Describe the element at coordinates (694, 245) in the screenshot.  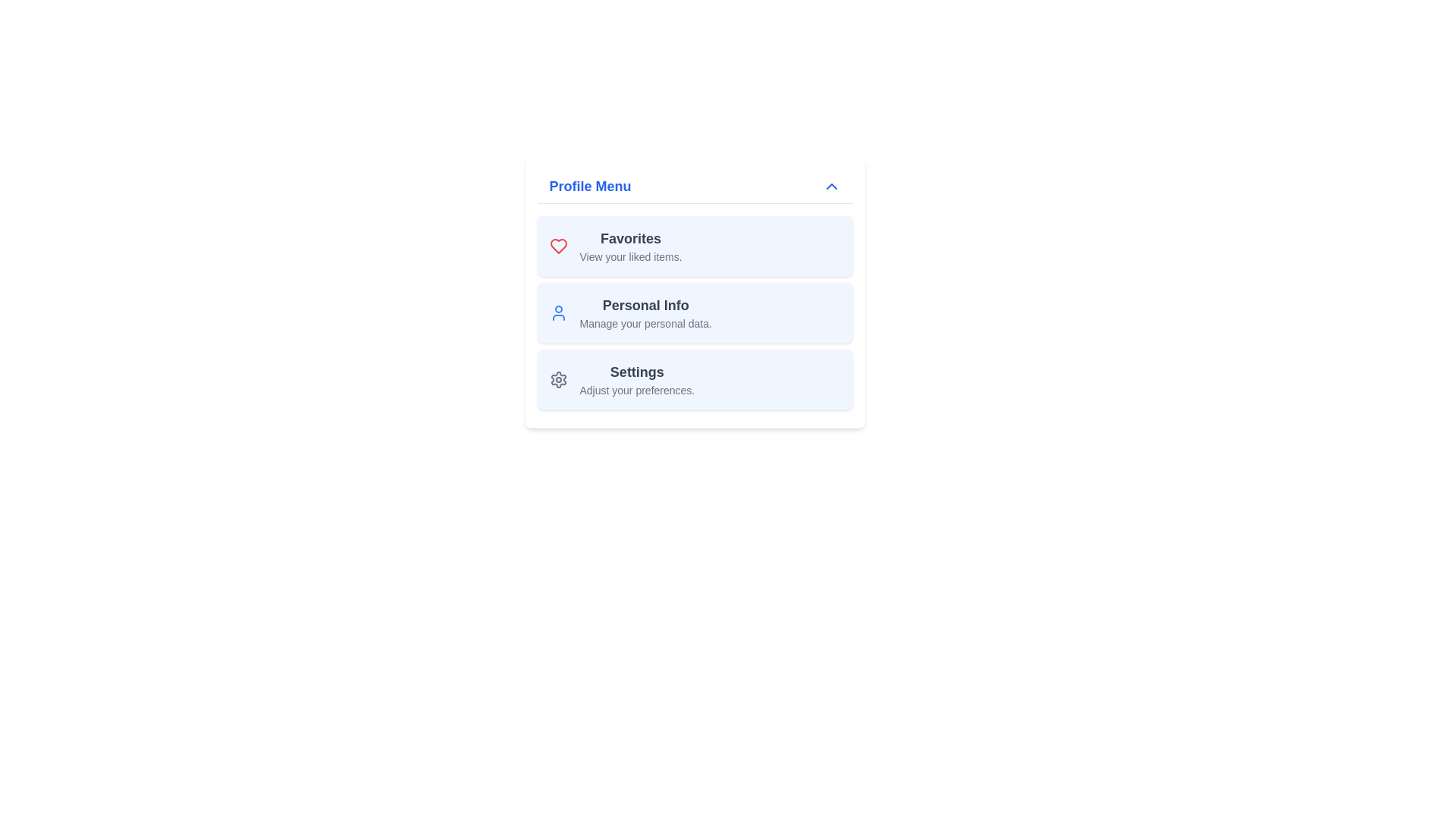
I see `the first Button-like interactive card in the 'Profile Menu' section to observe its hover effects` at that location.